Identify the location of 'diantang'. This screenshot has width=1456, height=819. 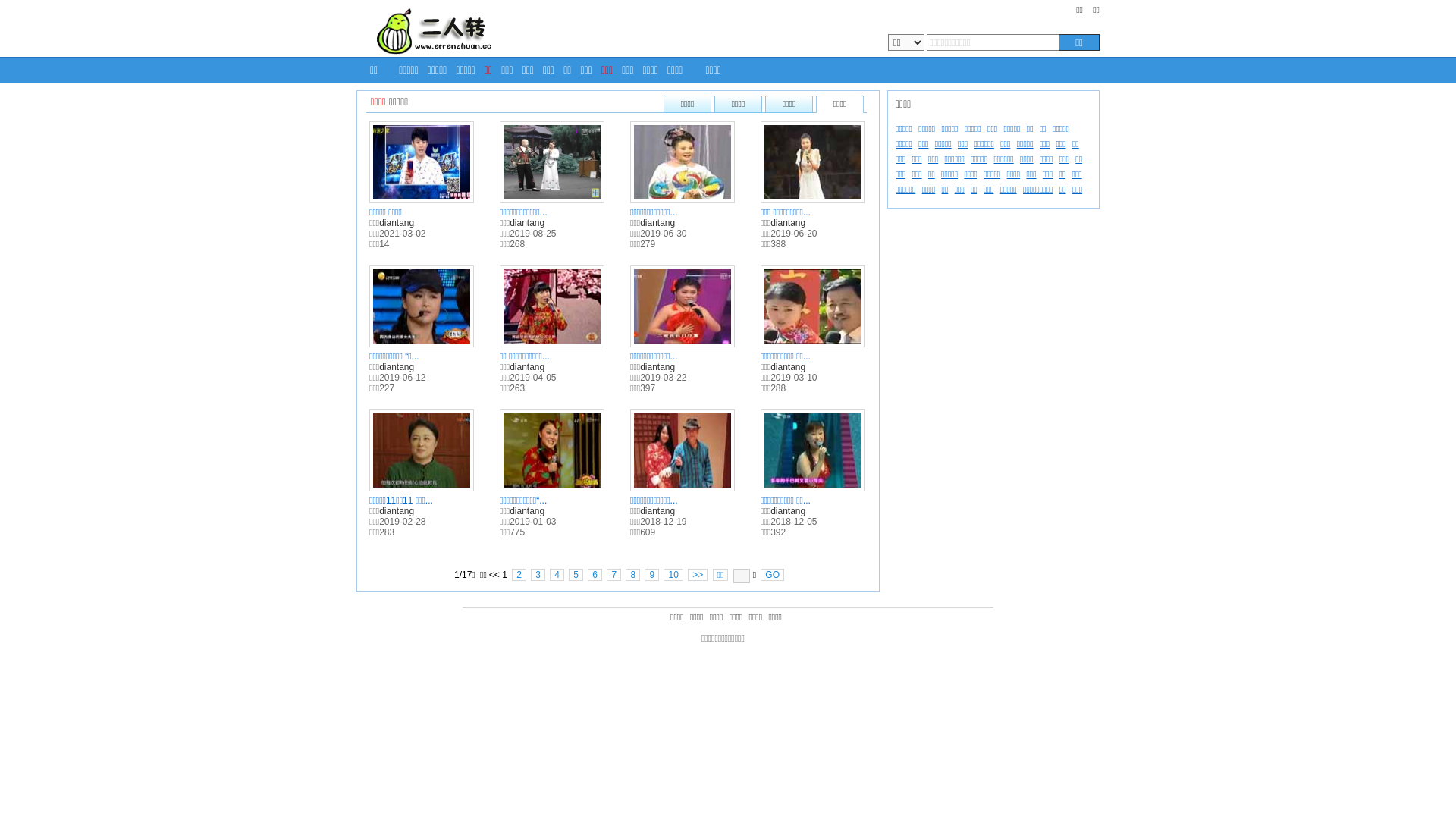
(378, 222).